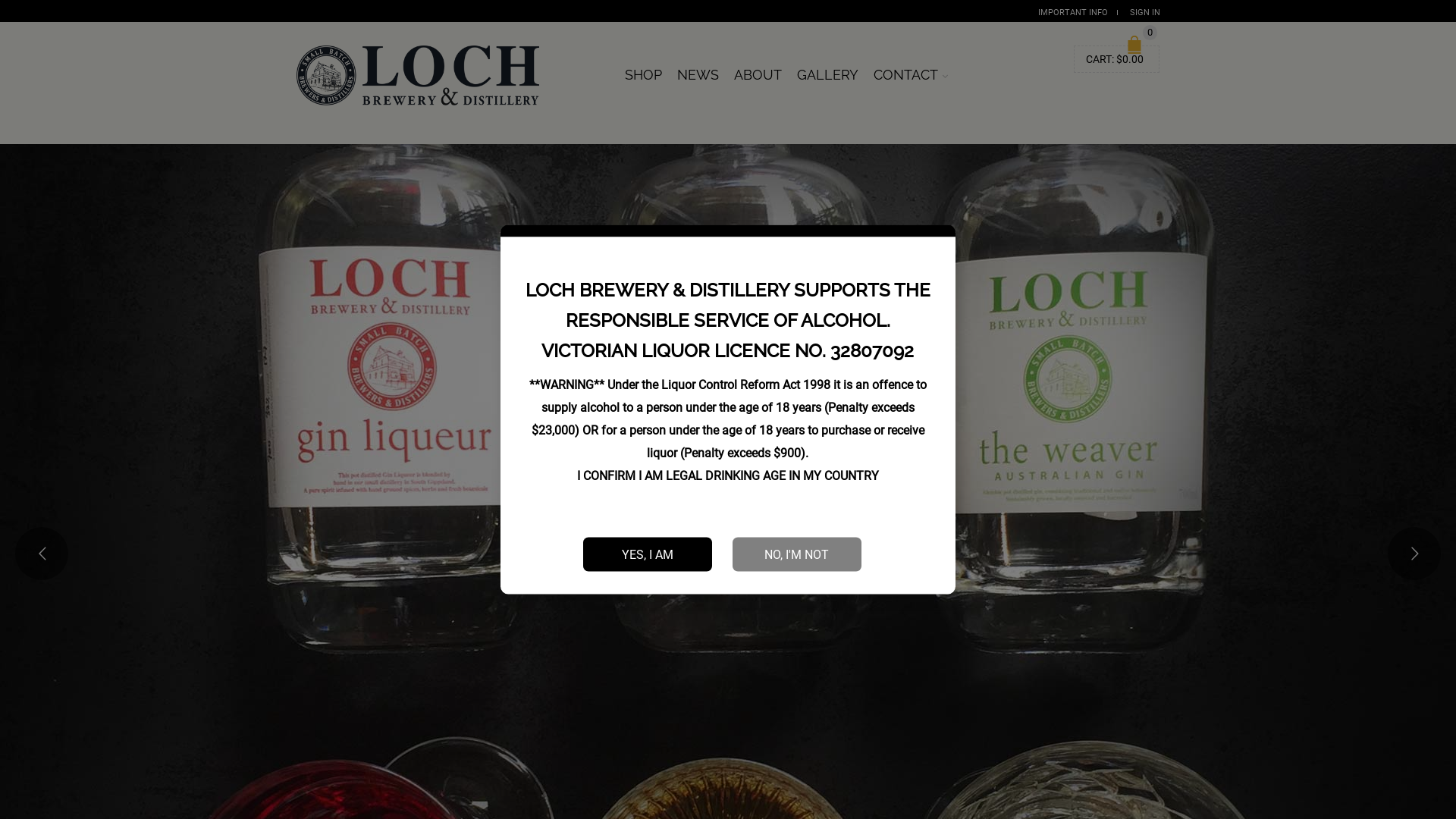 This screenshot has height=819, width=1456. I want to click on 'GALLERY', so click(827, 75).